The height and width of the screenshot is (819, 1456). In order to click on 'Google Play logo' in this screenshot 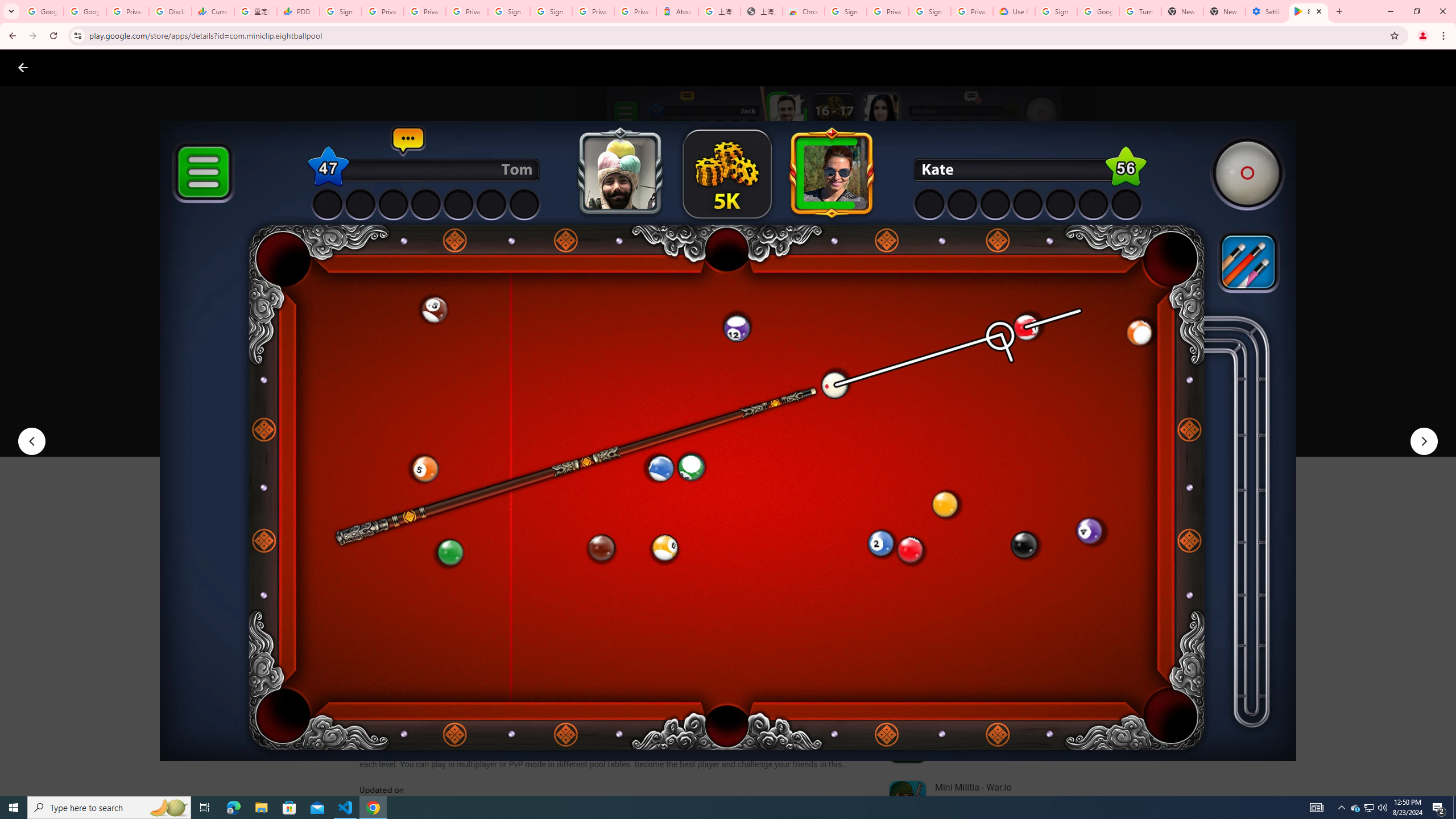, I will do `click(63, 67)`.